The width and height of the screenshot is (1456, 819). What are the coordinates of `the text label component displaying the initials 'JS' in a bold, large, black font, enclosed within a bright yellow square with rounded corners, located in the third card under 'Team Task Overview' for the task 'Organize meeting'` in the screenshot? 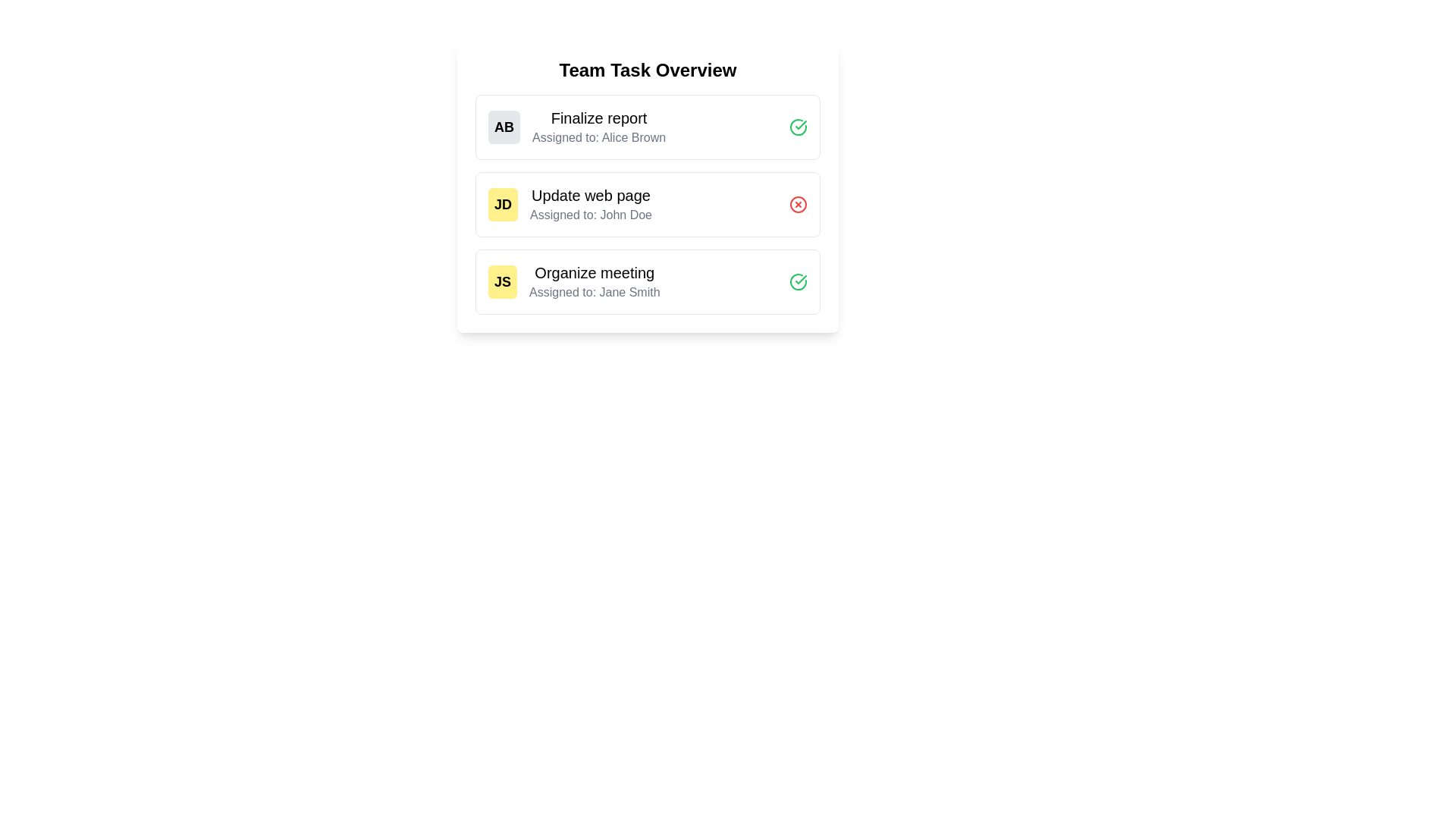 It's located at (502, 281).